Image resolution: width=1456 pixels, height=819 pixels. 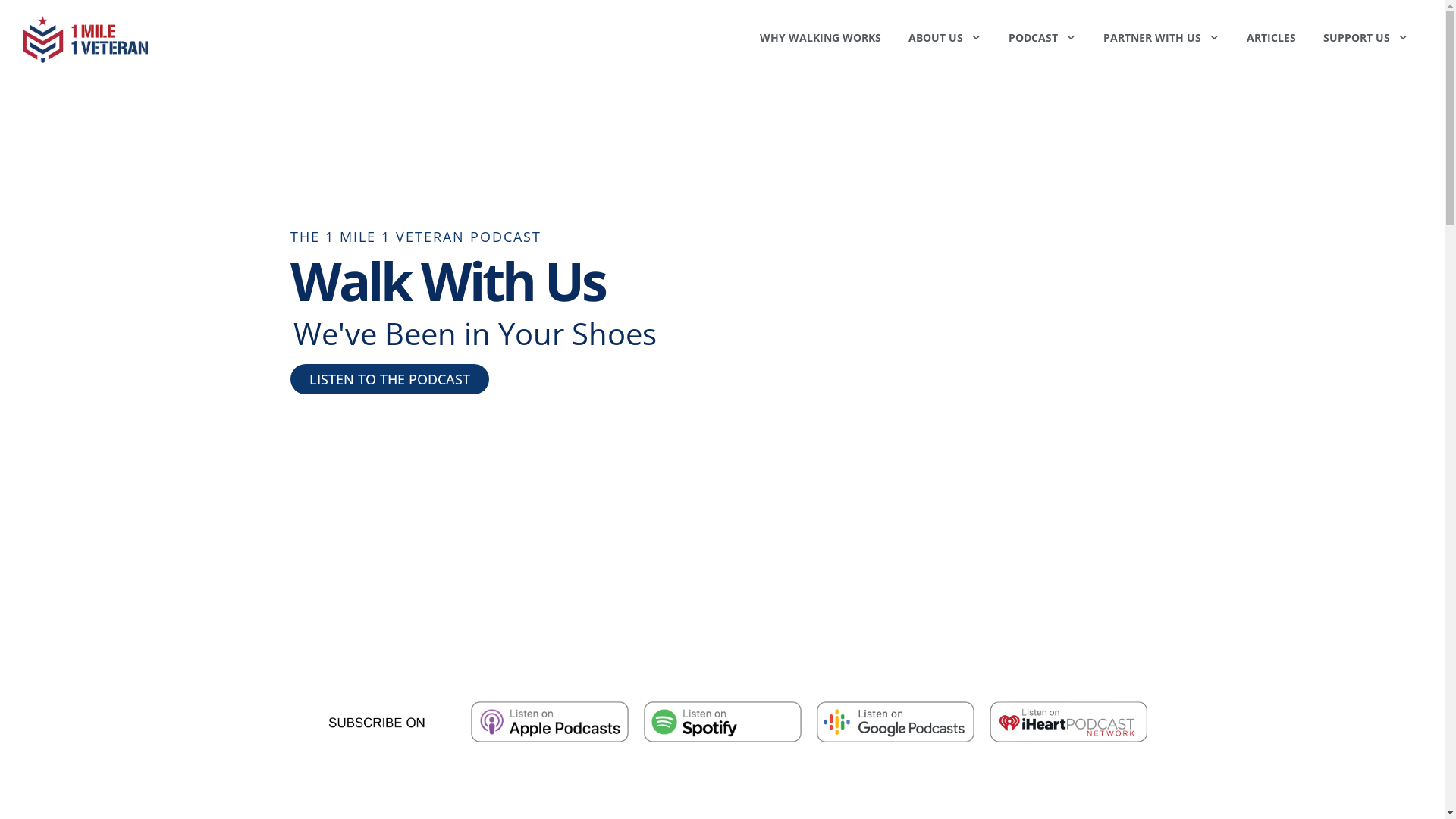 I want to click on 'ARTICLES', so click(x=1271, y=37).